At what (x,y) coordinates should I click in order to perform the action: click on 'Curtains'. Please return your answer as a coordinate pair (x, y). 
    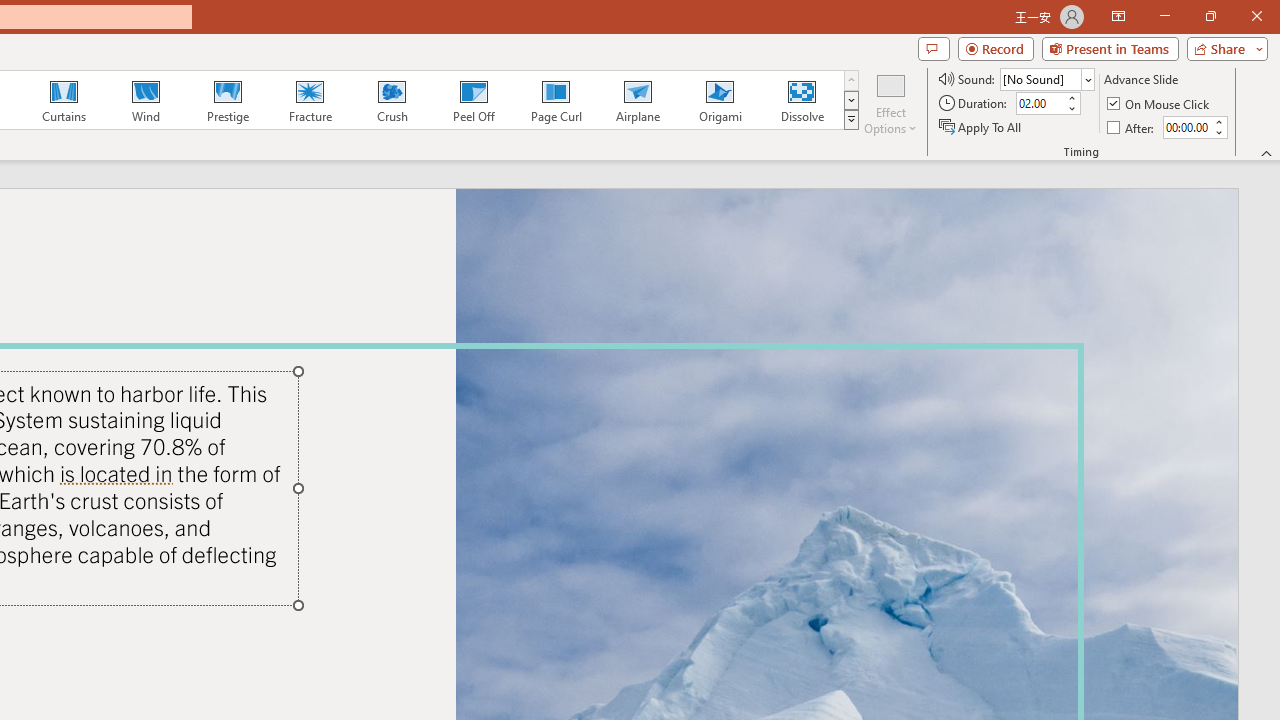
    Looking at the image, I should click on (64, 100).